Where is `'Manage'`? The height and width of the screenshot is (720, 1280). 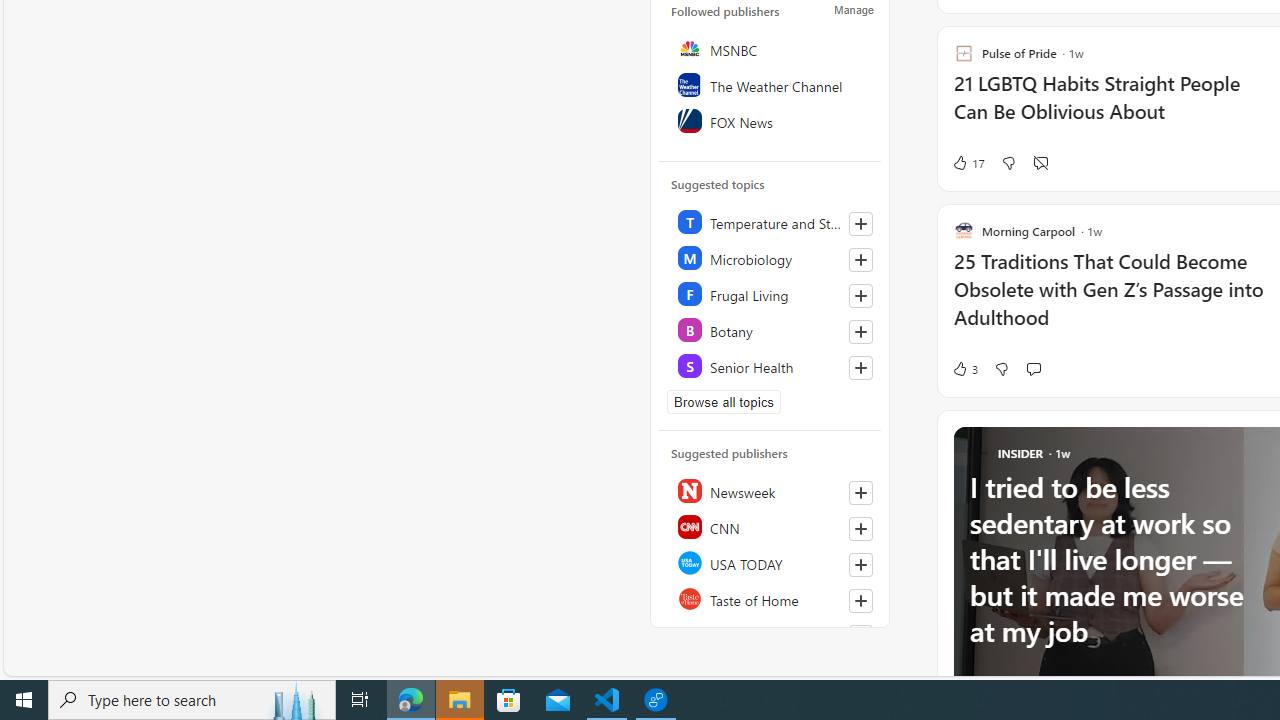 'Manage' is located at coordinates (854, 10).